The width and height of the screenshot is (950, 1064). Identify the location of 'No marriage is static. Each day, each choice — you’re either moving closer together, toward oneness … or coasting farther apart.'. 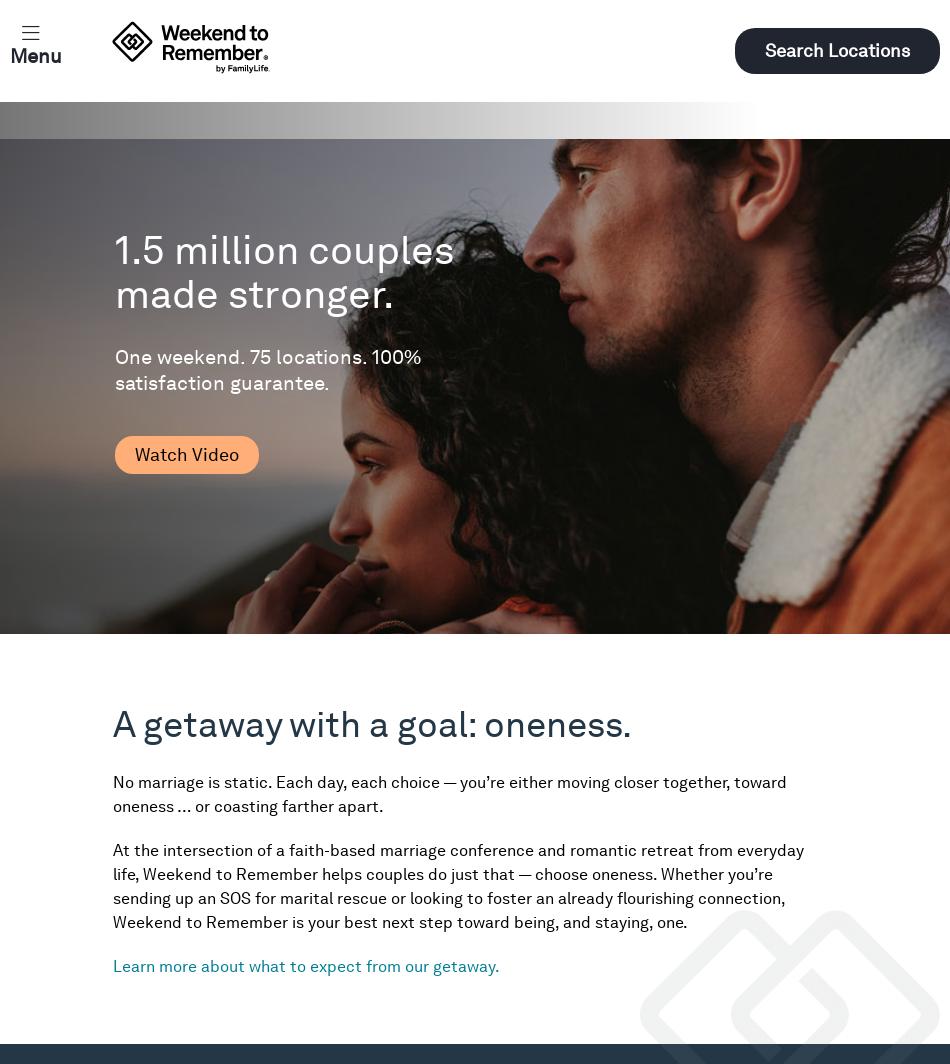
(449, 794).